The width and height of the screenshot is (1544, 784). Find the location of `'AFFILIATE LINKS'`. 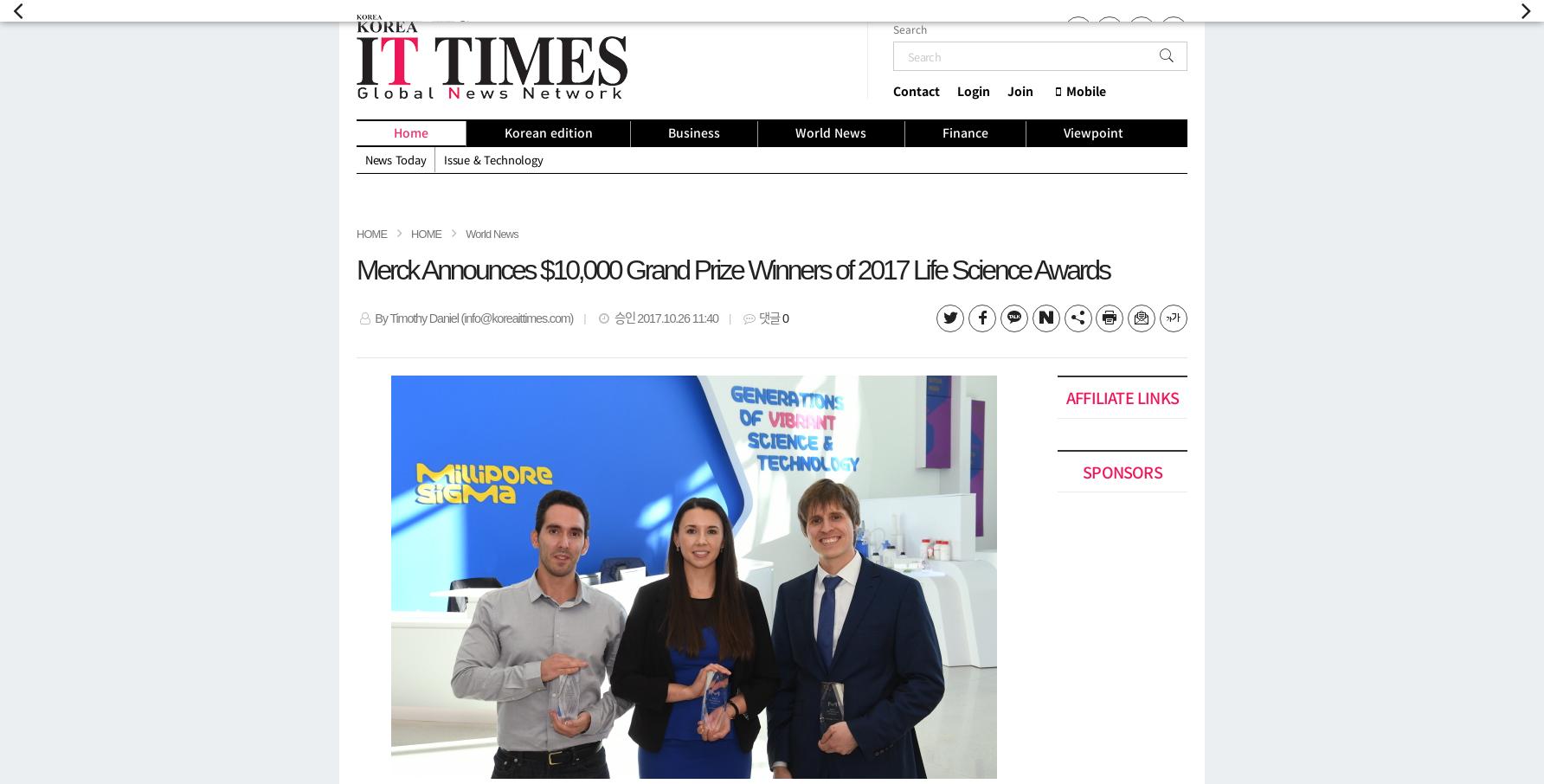

'AFFILIATE LINKS' is located at coordinates (1121, 395).